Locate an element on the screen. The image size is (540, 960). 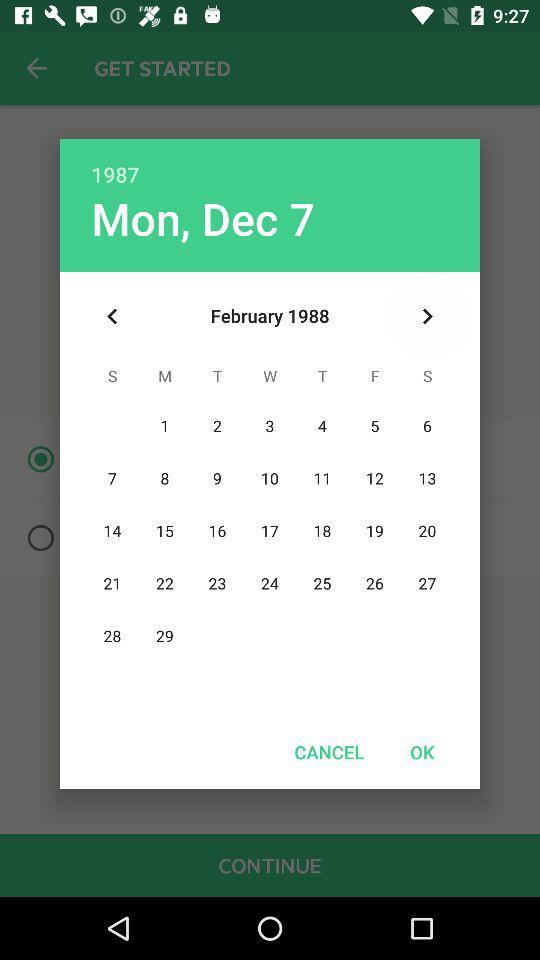
item next to cancel is located at coordinates (421, 751).